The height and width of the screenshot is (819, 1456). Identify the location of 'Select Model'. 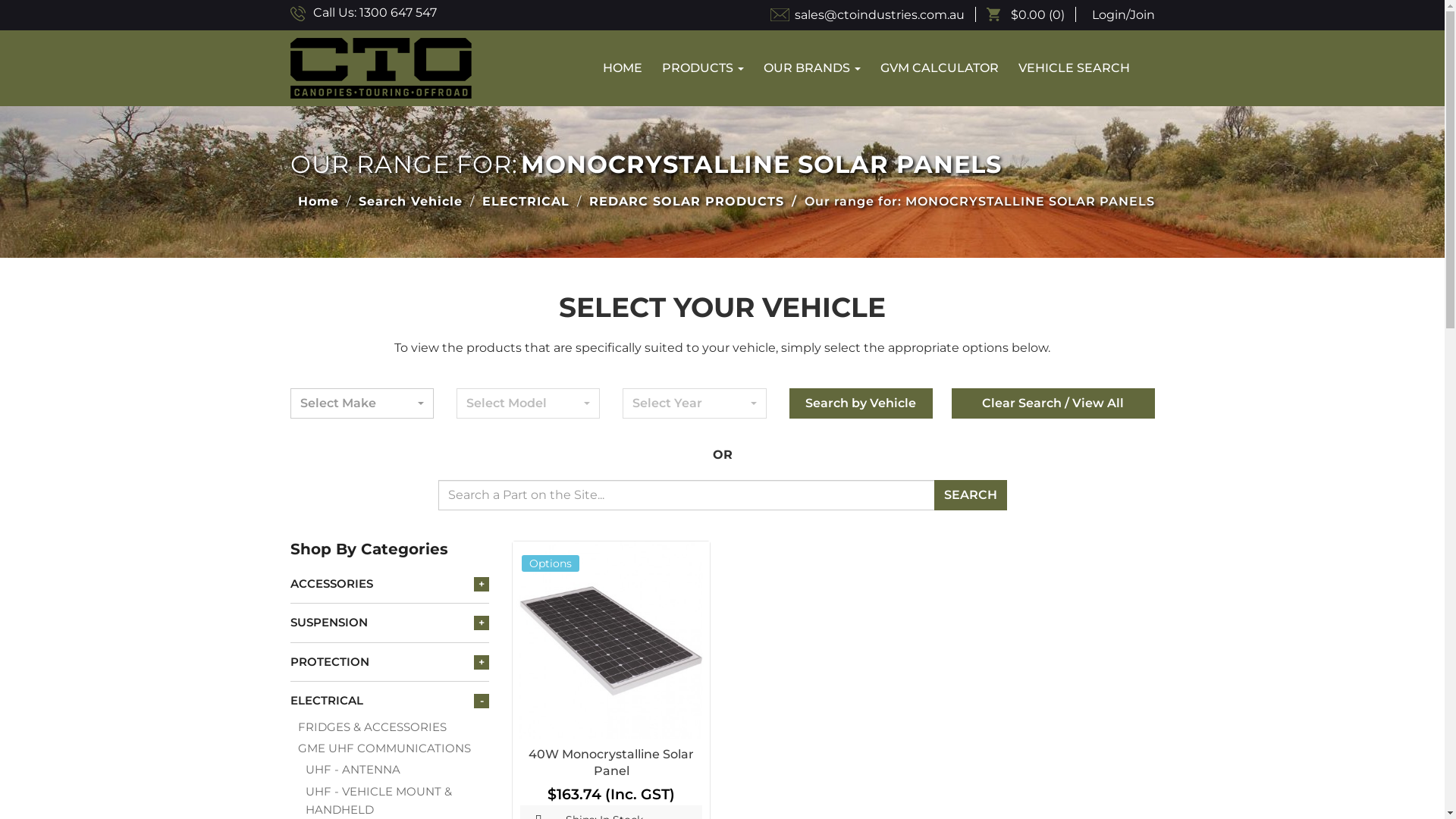
(528, 403).